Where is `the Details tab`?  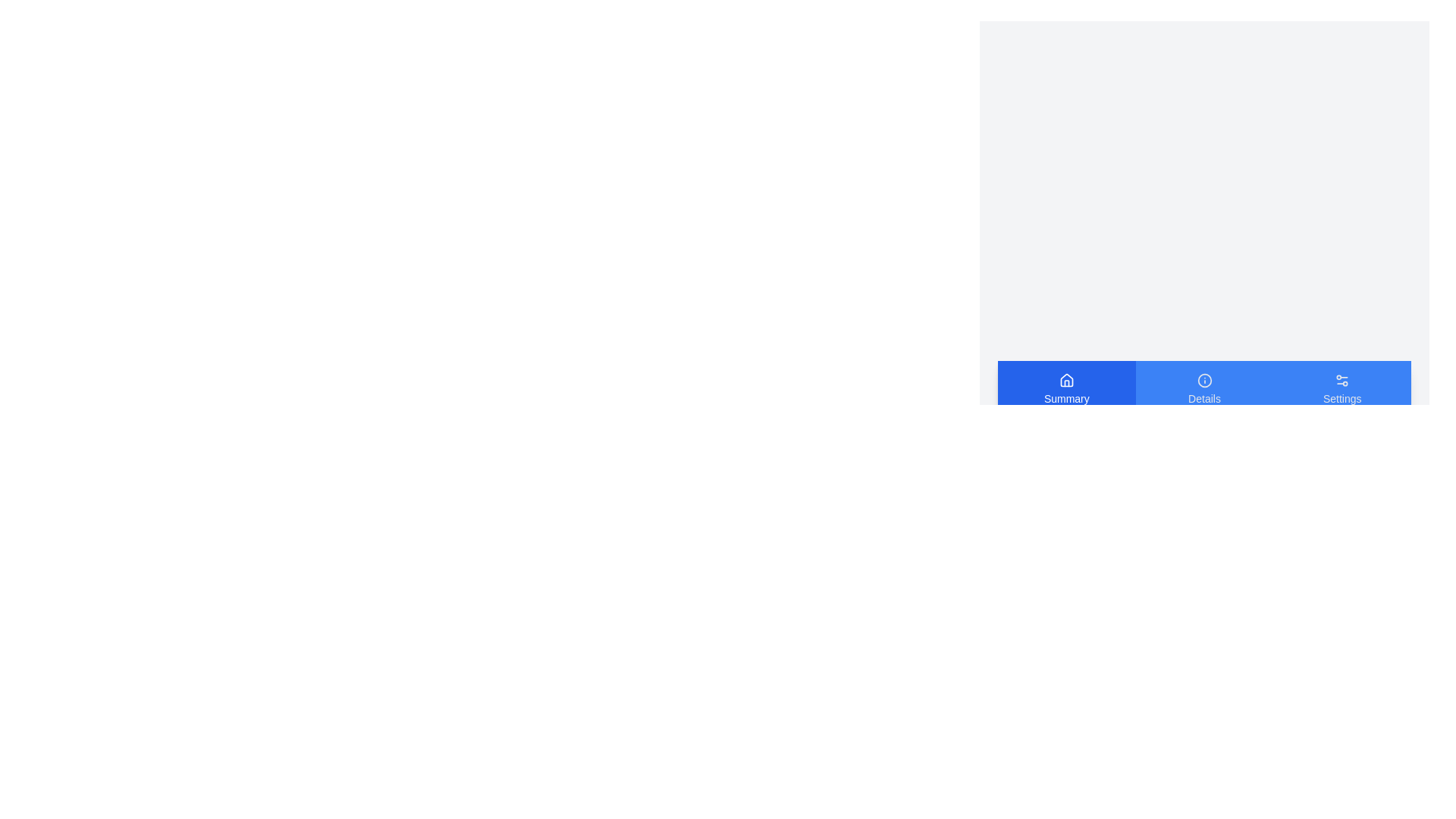 the Details tab is located at coordinates (1203, 388).